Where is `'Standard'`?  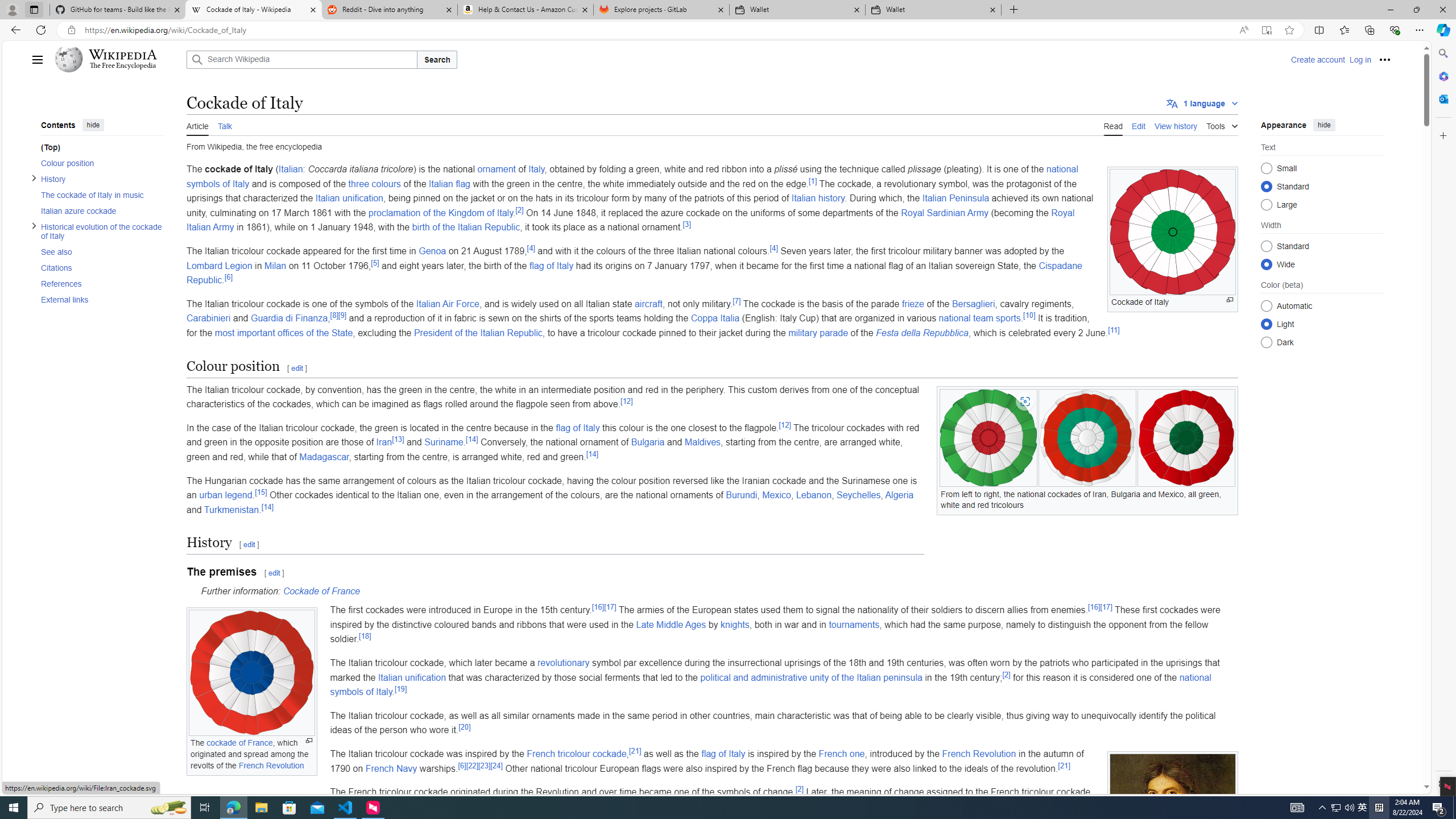
'Standard' is located at coordinates (1266, 246).